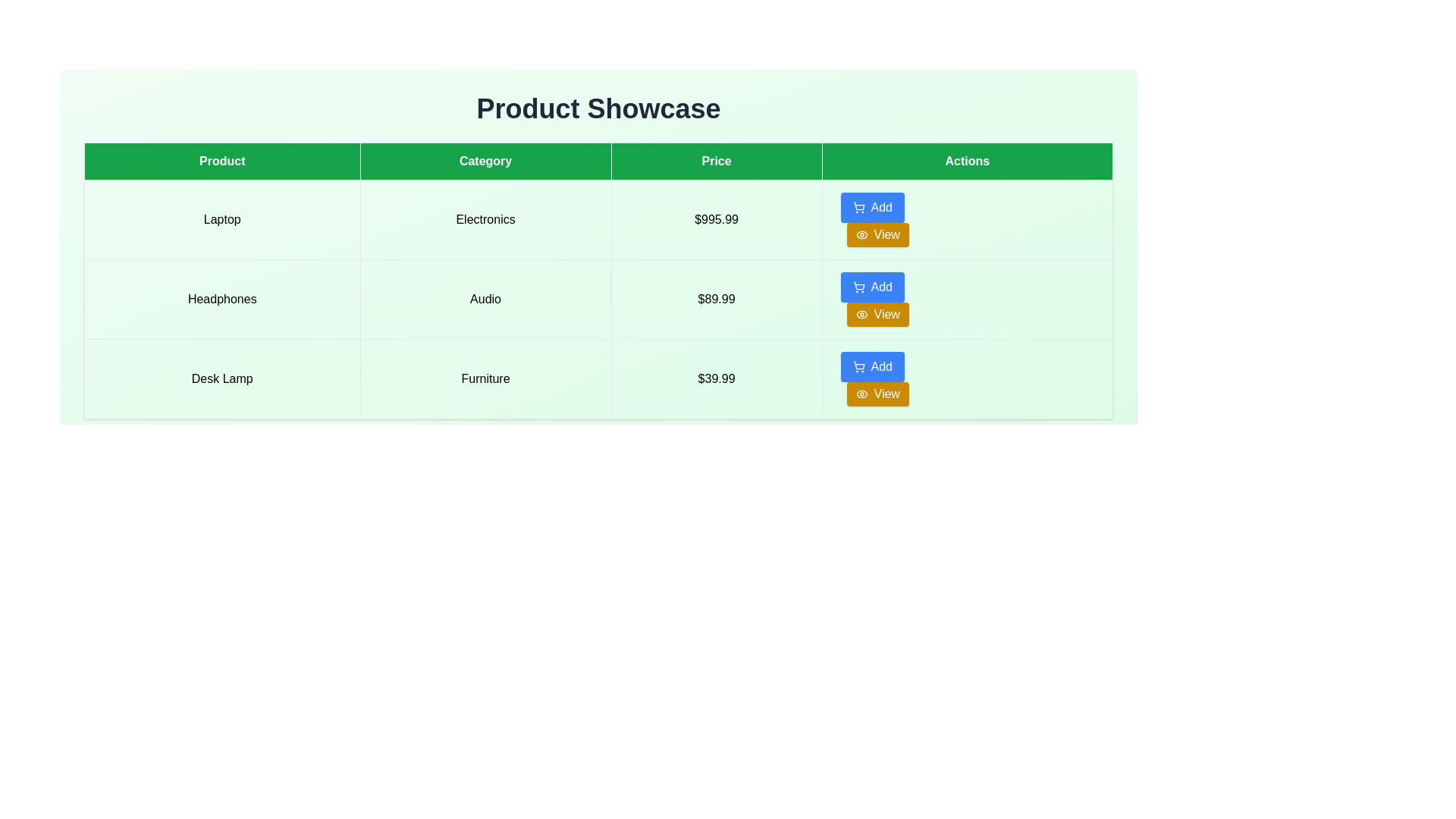  I want to click on the 'Furniture' text label in the second column of the row labeled 'Desk Lamp' in the structured grid layout, so click(485, 378).